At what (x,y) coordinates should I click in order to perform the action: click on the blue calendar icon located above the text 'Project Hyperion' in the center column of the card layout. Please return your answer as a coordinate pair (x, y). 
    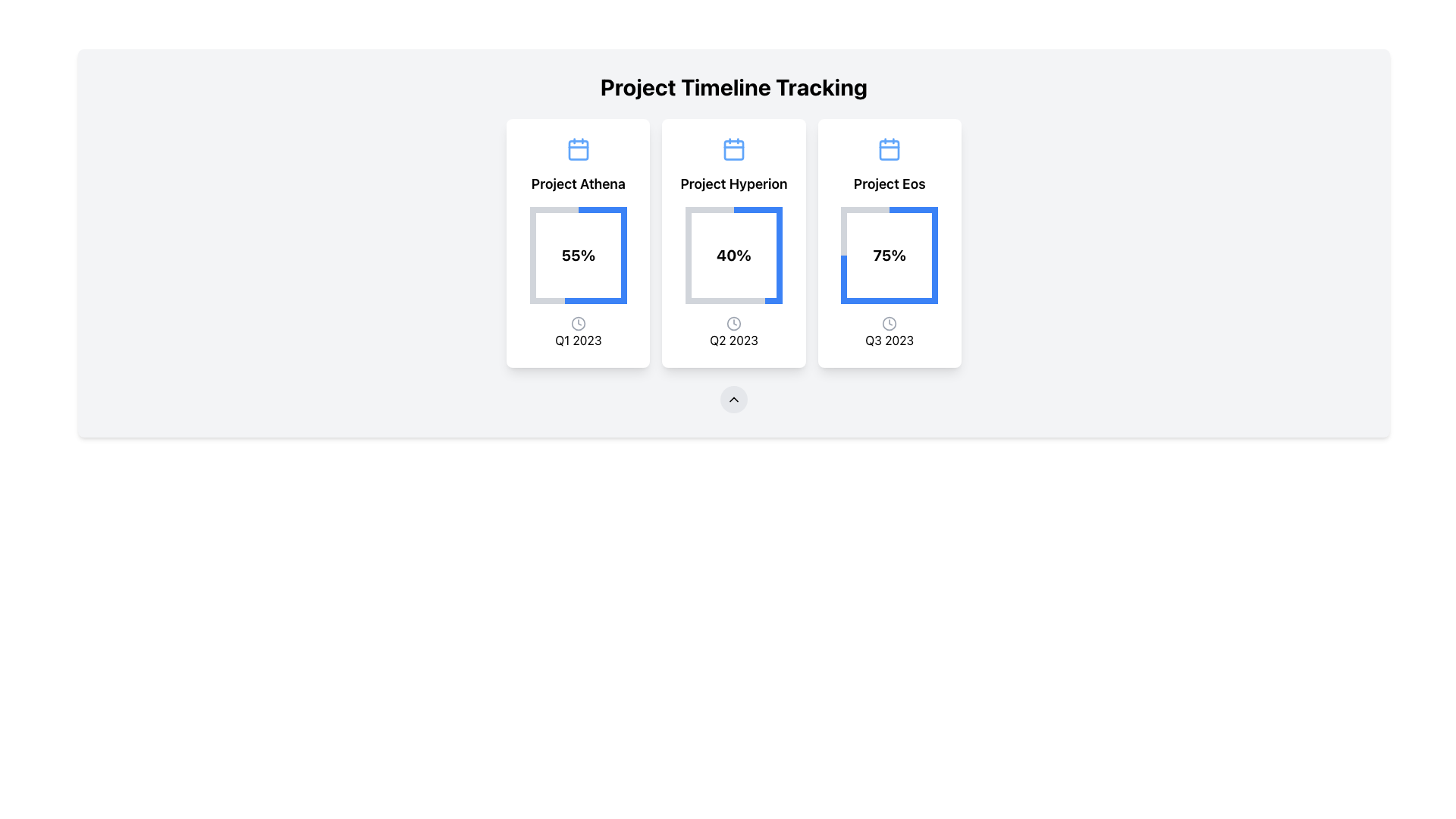
    Looking at the image, I should click on (734, 149).